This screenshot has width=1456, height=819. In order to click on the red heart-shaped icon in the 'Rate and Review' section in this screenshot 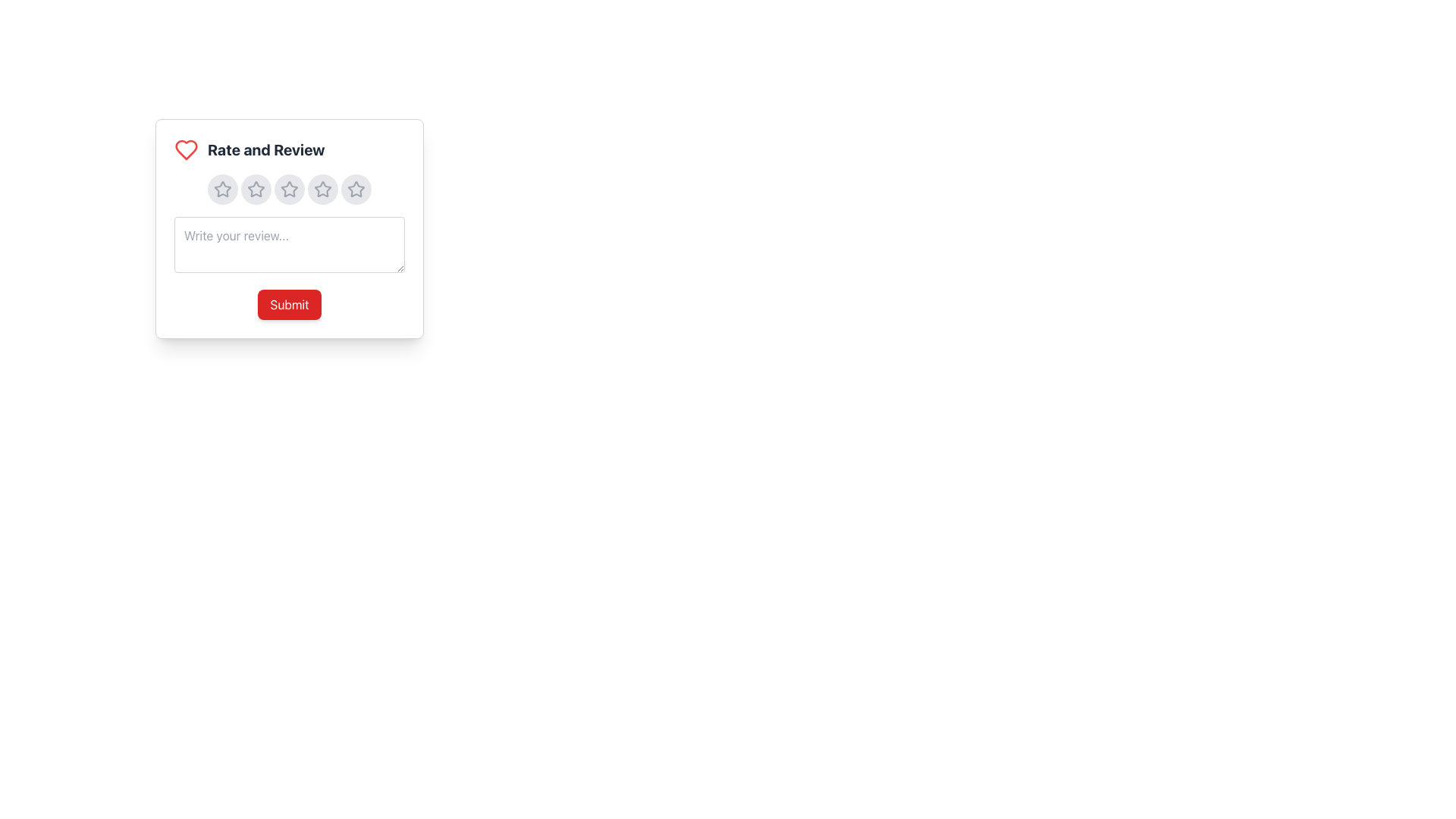, I will do `click(185, 149)`.